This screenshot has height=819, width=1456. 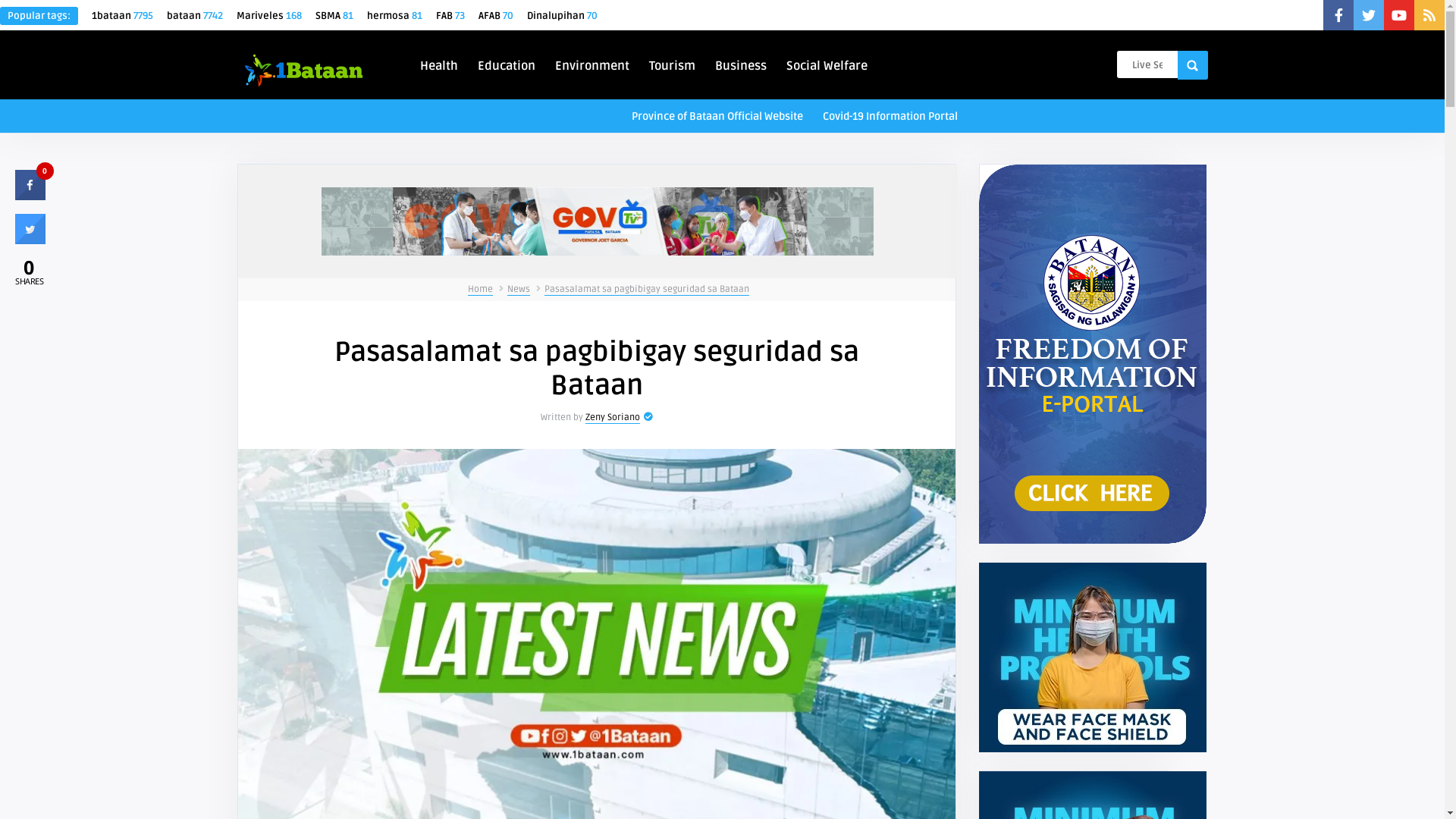 What do you see at coordinates (30, 239) in the screenshot?
I see `'Share on Twitter'` at bounding box center [30, 239].